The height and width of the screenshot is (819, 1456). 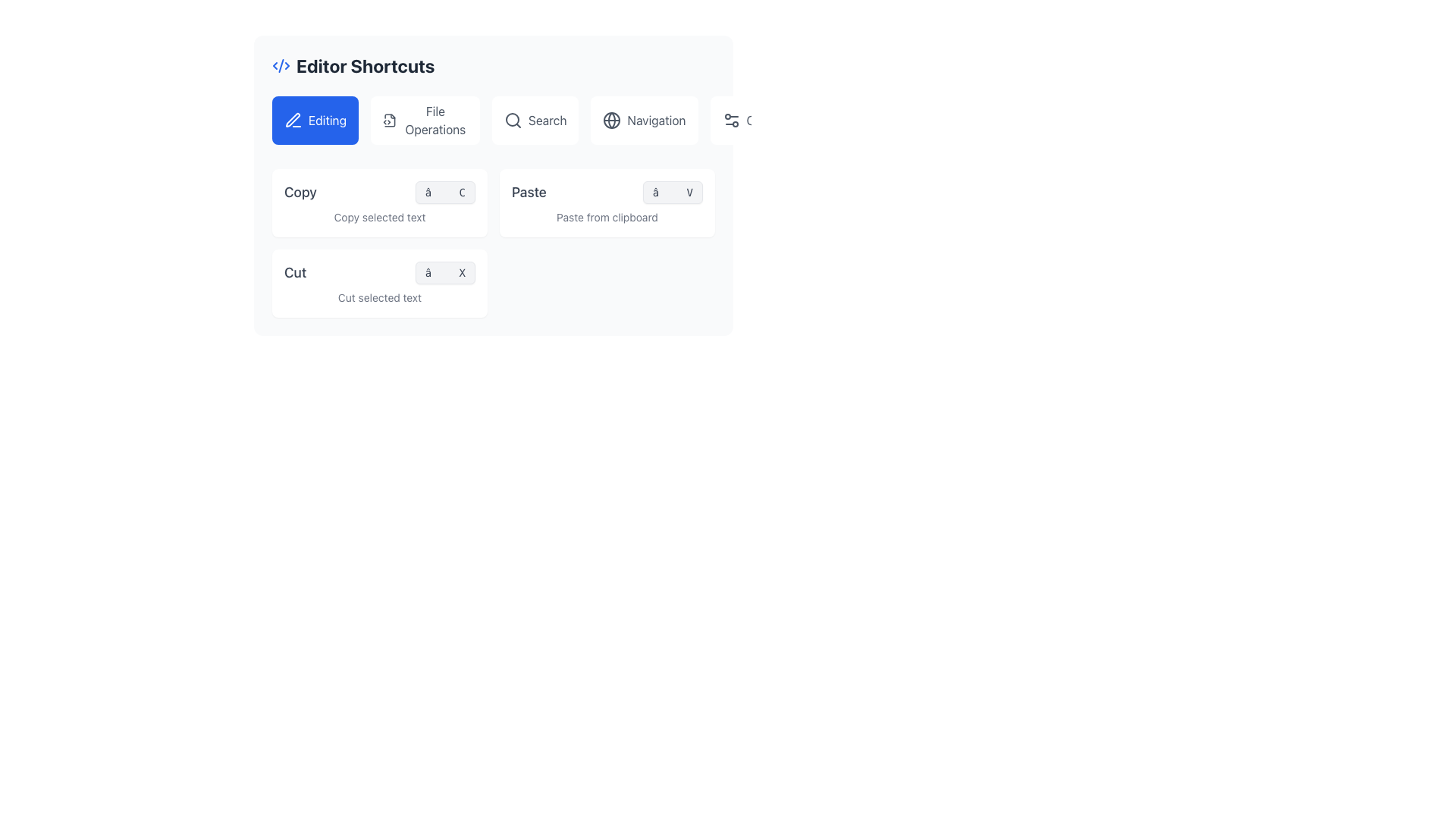 What do you see at coordinates (535, 119) in the screenshot?
I see `the search button located in the navigation bar, which is the third option from the left` at bounding box center [535, 119].